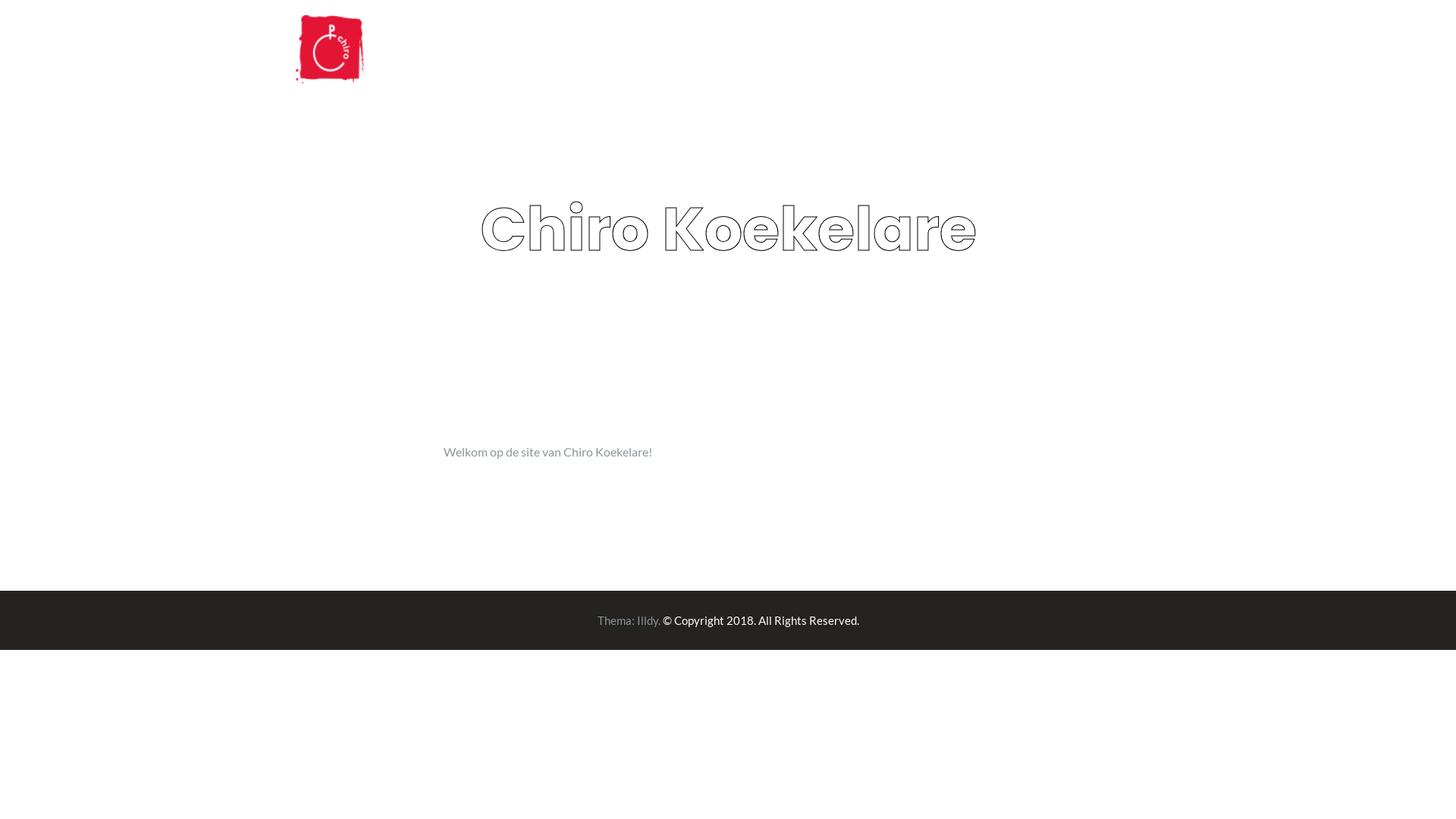 This screenshot has height=819, width=1456. What do you see at coordinates (648, 620) in the screenshot?
I see `'Illdy'` at bounding box center [648, 620].